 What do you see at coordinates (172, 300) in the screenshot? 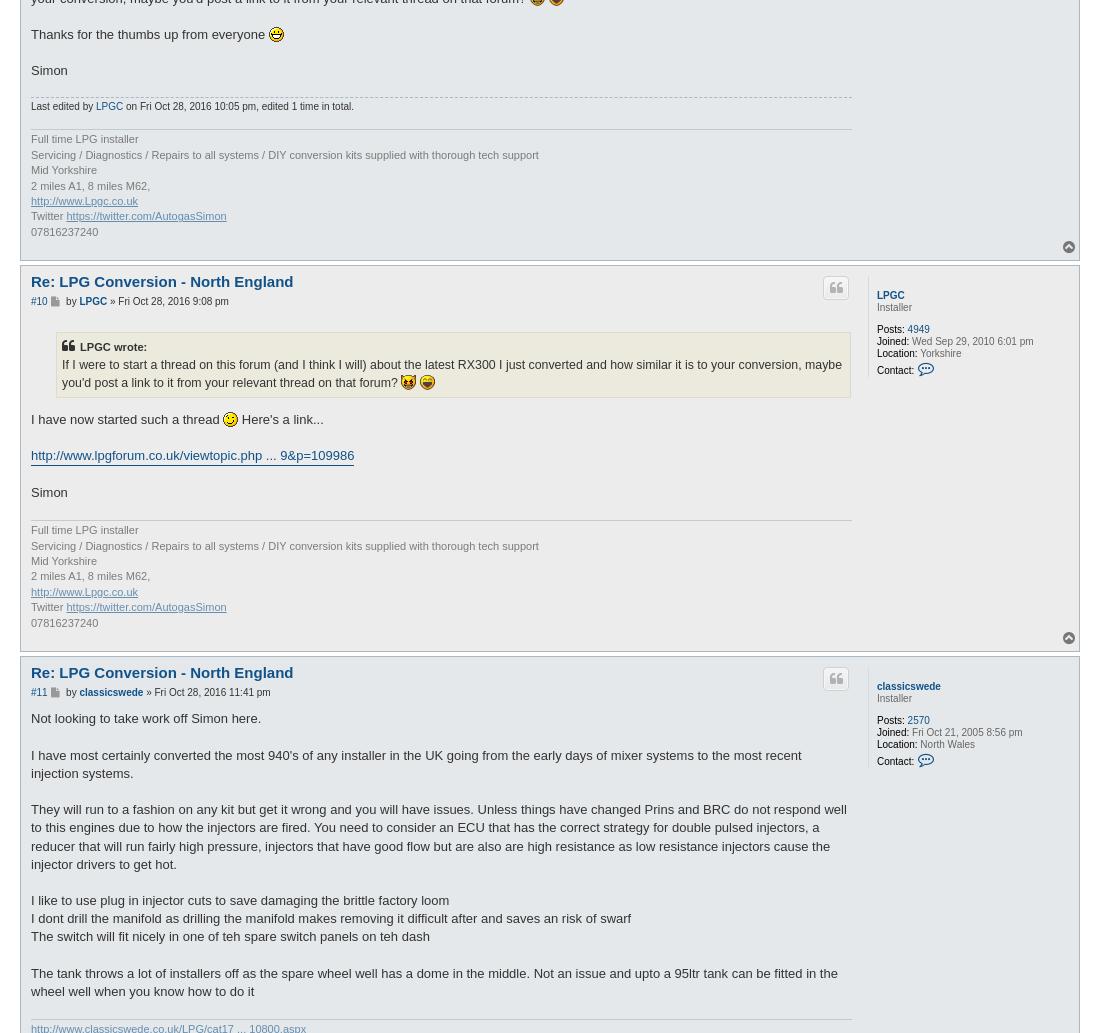
I see `'Fri Oct 28, 2016 9:08 pm'` at bounding box center [172, 300].